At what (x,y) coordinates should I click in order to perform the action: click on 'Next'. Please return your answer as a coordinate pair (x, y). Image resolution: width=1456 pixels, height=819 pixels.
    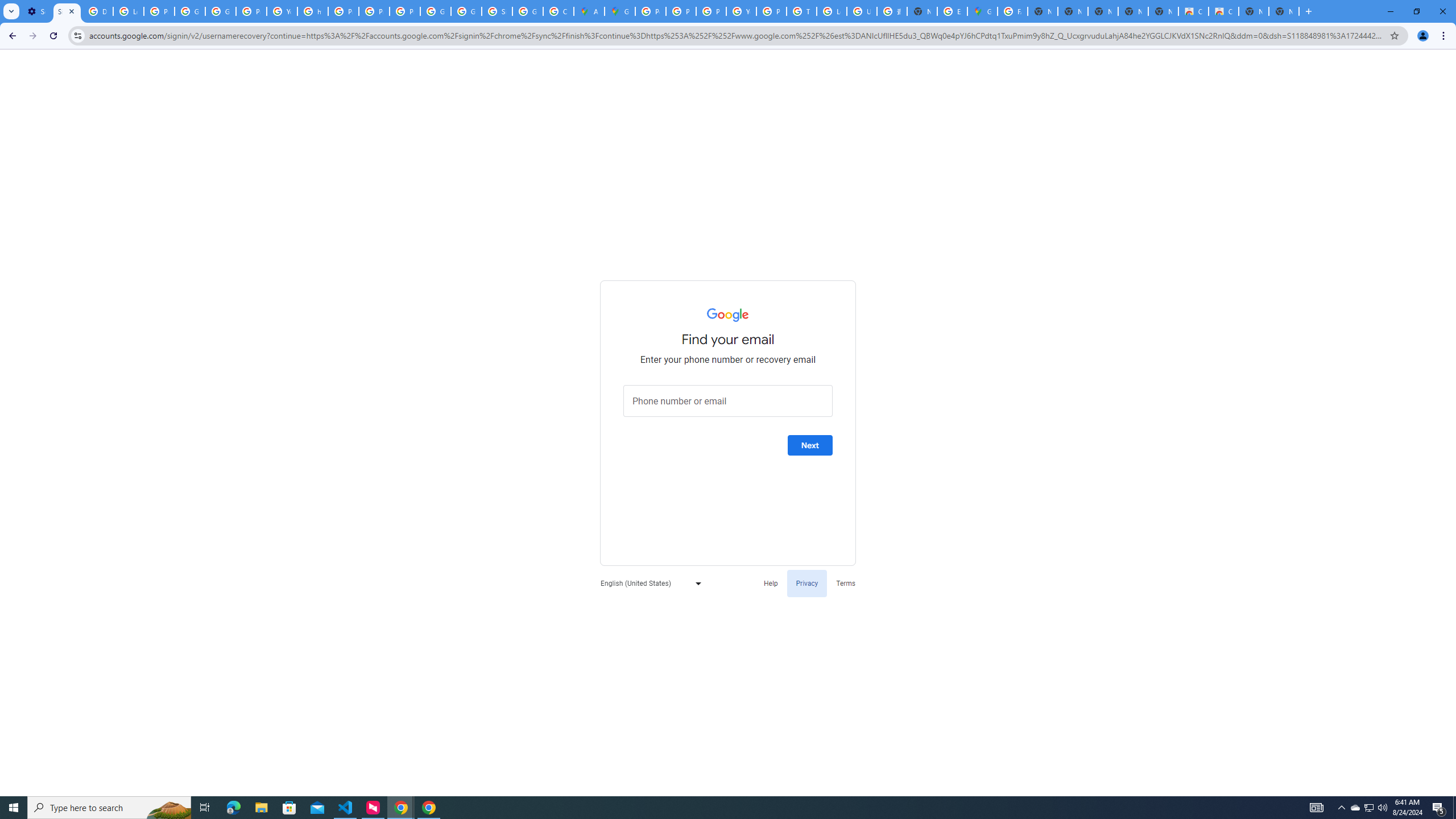
    Looking at the image, I should click on (809, 445).